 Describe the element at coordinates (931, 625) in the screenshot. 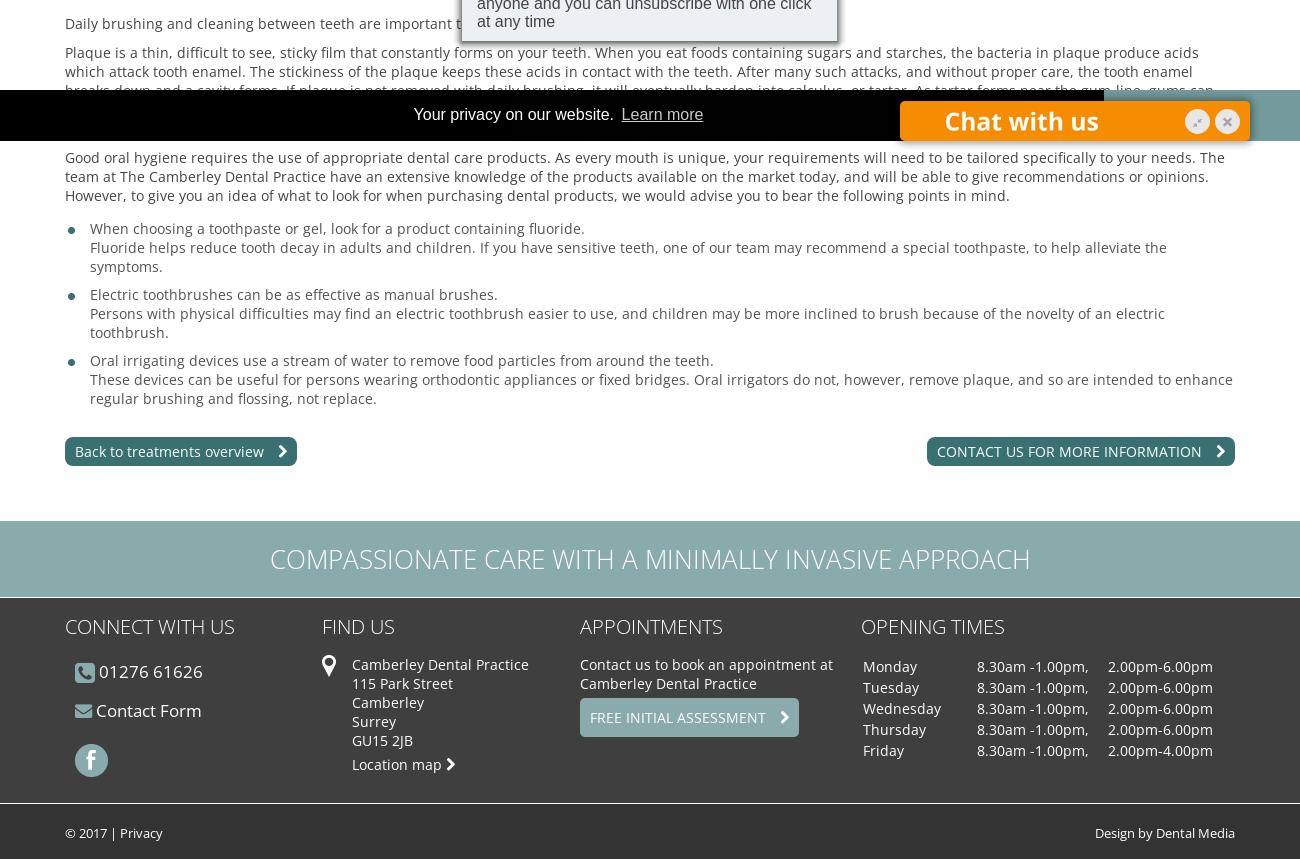

I see `'OPENING TIMES'` at that location.